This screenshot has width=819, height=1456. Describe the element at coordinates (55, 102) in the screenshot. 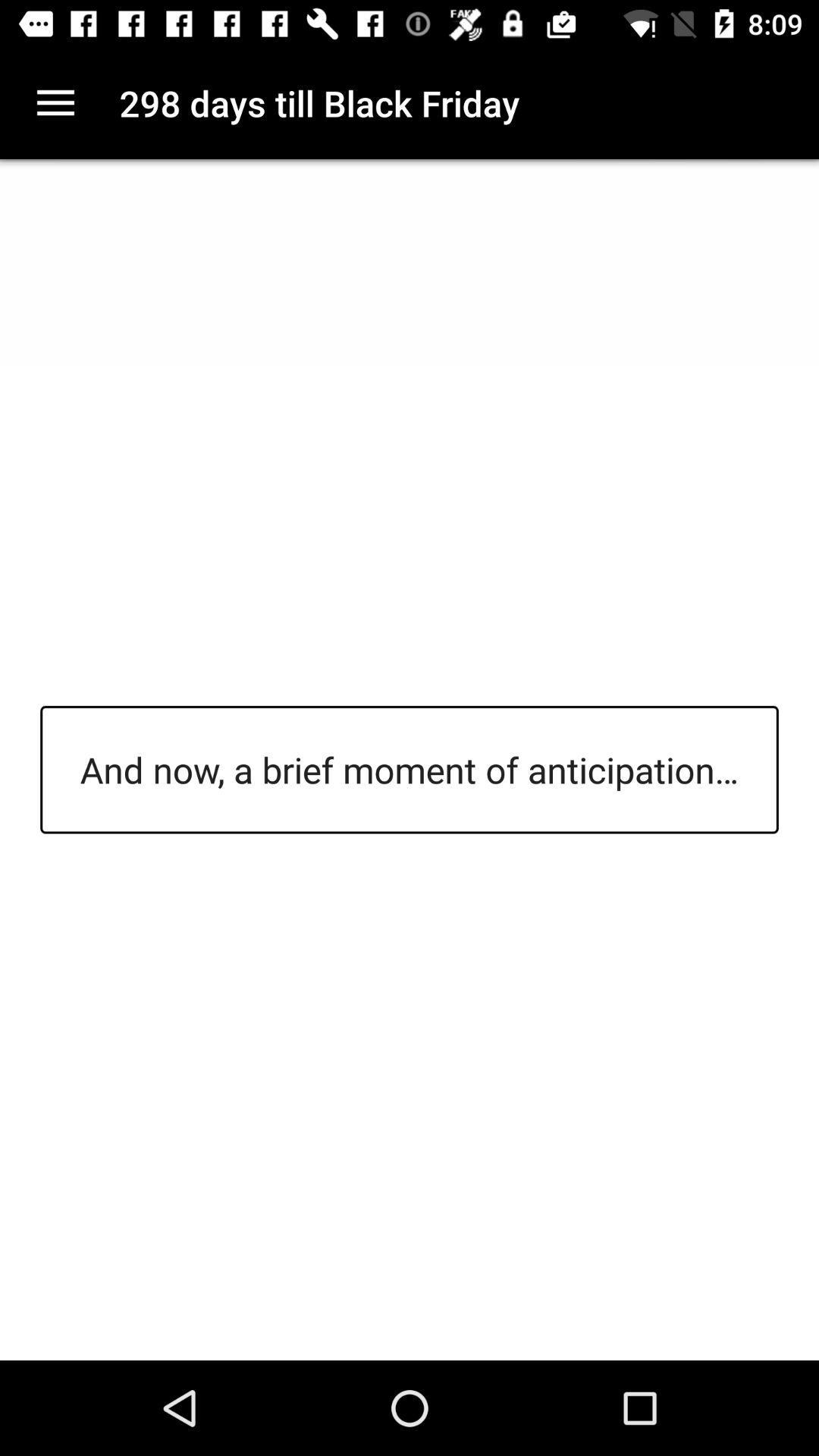

I see `icon above and now a icon` at that location.